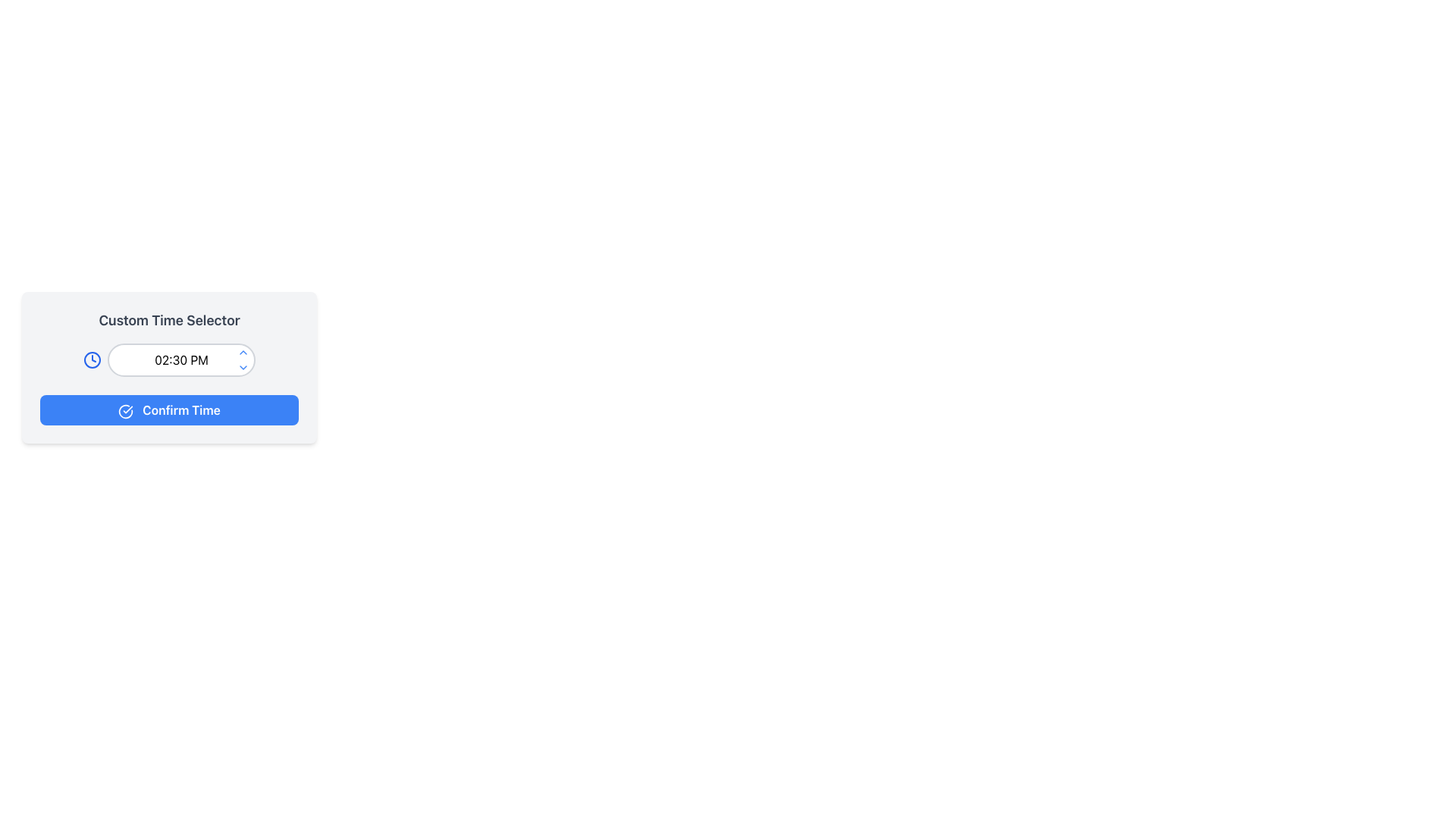 This screenshot has width=1456, height=819. Describe the element at coordinates (169, 414) in the screenshot. I see `the 'Confirm Time' button located at the bottom of the 'Custom Time Selector' panel which includes a time input field and a heading` at that location.